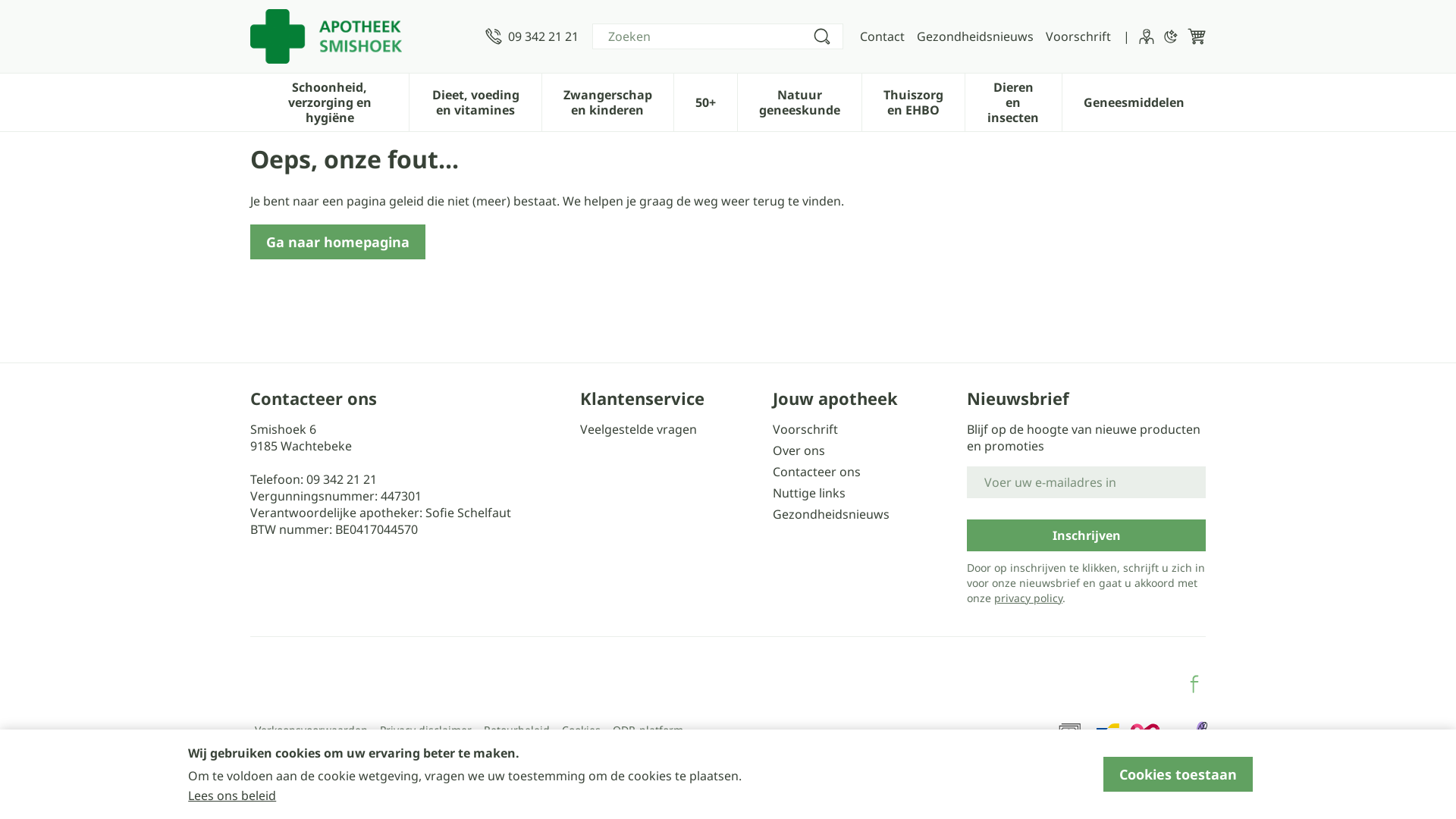  What do you see at coordinates (255, 730) in the screenshot?
I see `'Verkoopsvoorwaarden'` at bounding box center [255, 730].